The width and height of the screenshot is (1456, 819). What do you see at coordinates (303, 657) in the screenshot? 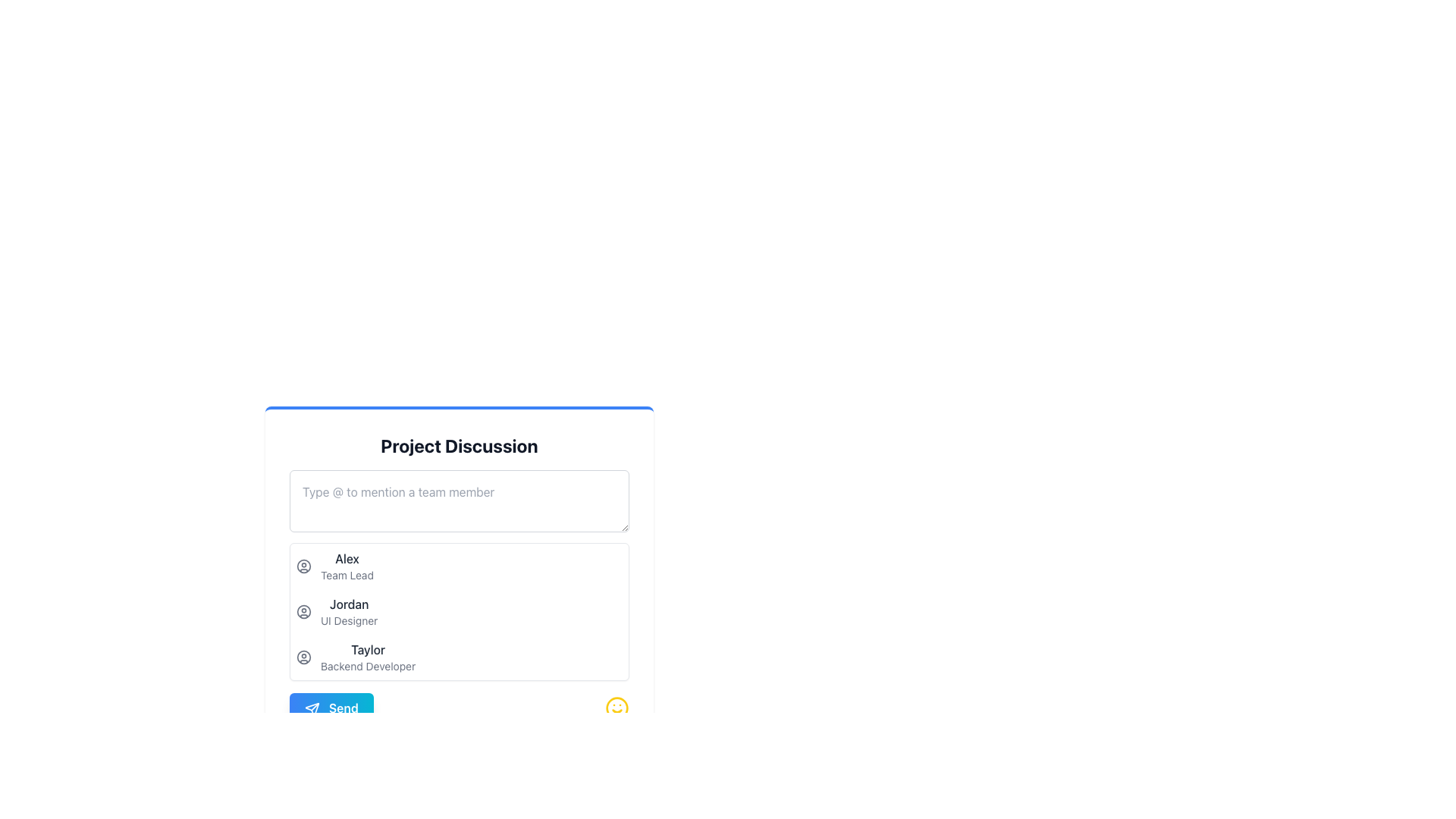
I see `the user profile icon for 'Taylor Backend Developer'` at bounding box center [303, 657].